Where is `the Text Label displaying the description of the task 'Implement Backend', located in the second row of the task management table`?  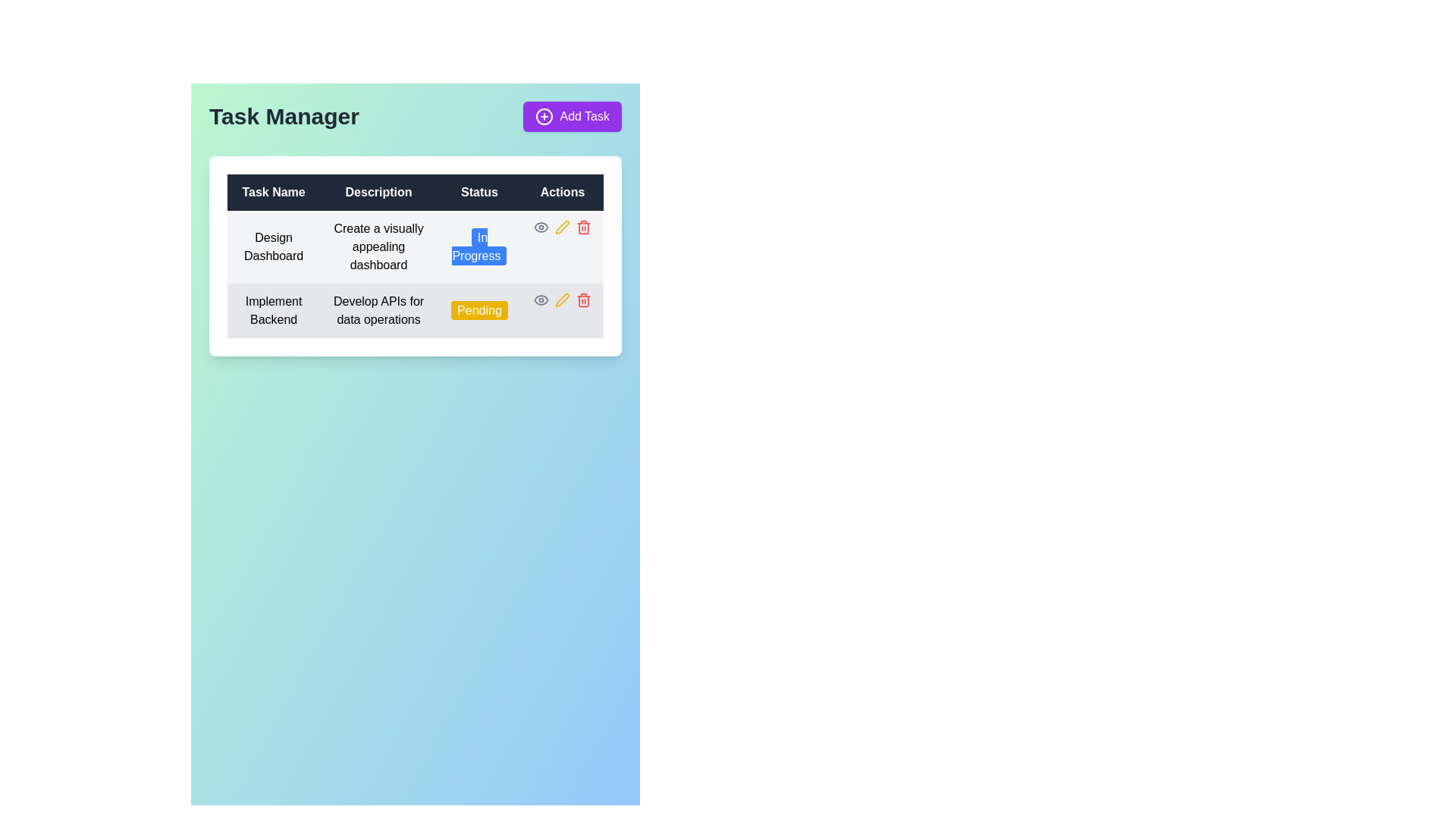 the Text Label displaying the description of the task 'Implement Backend', located in the second row of the task management table is located at coordinates (378, 309).